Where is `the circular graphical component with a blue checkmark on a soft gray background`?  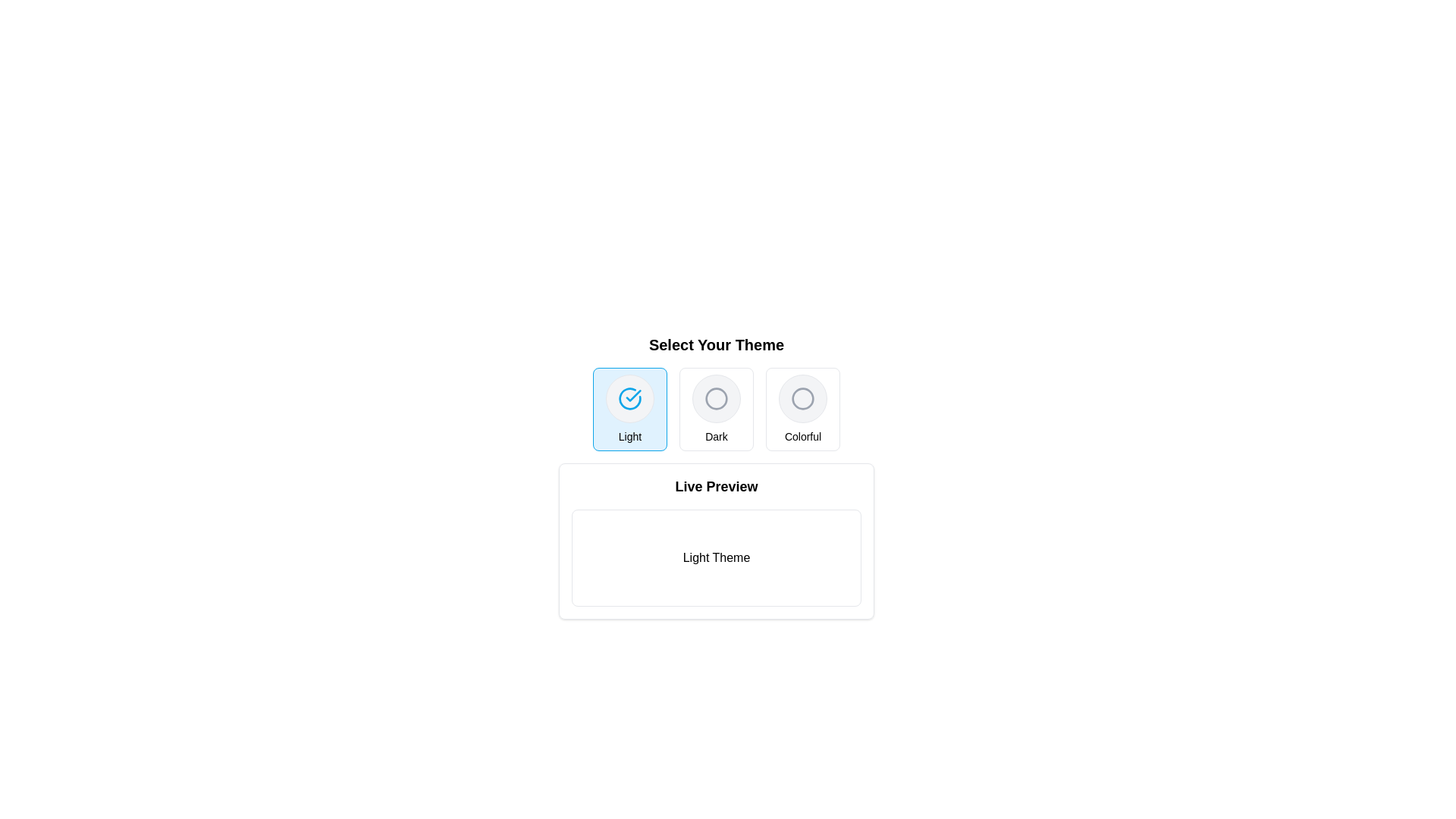 the circular graphical component with a blue checkmark on a soft gray background is located at coordinates (629, 397).